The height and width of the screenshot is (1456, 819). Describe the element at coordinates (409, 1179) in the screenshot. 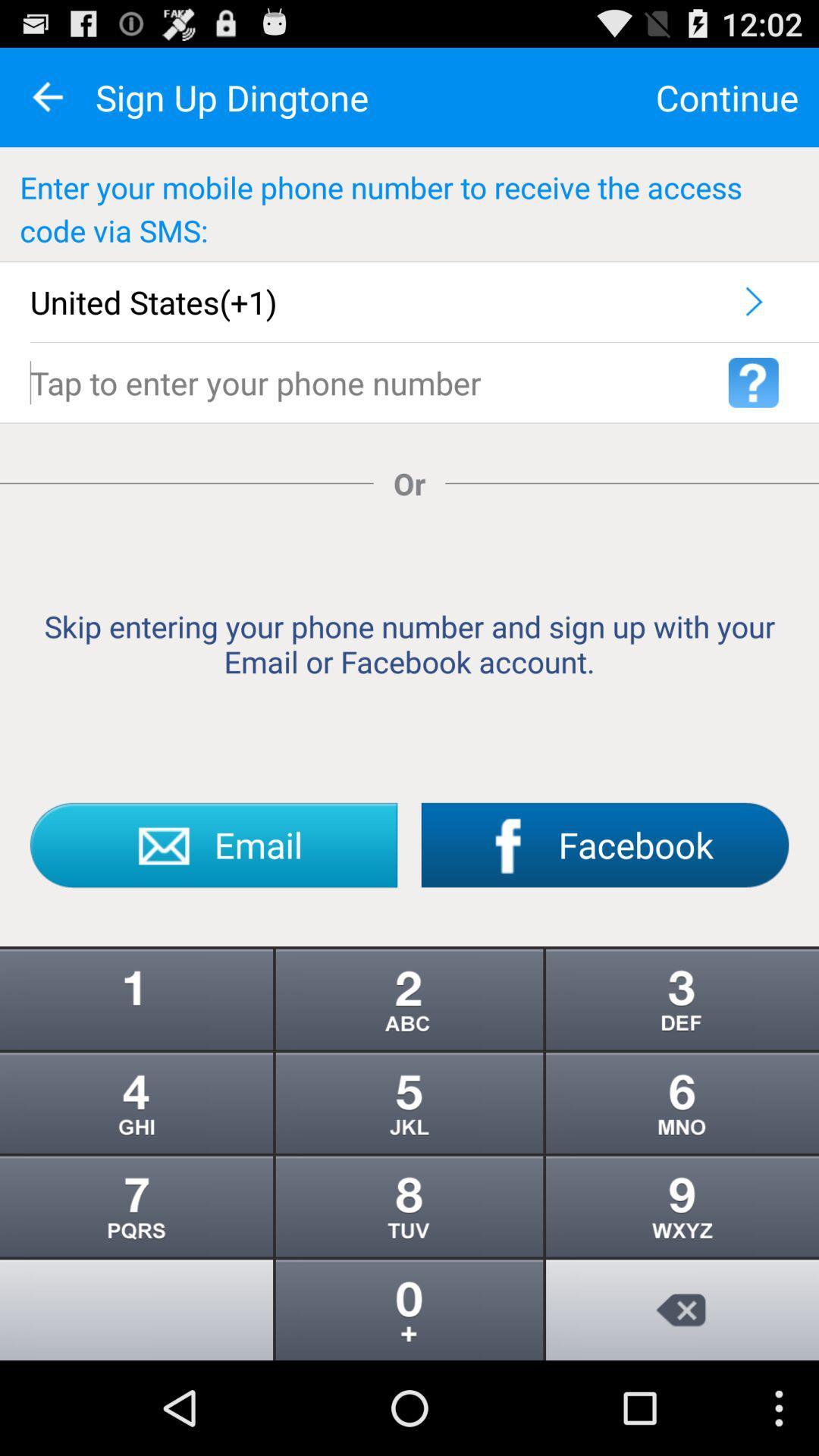

I see `the more icon` at that location.